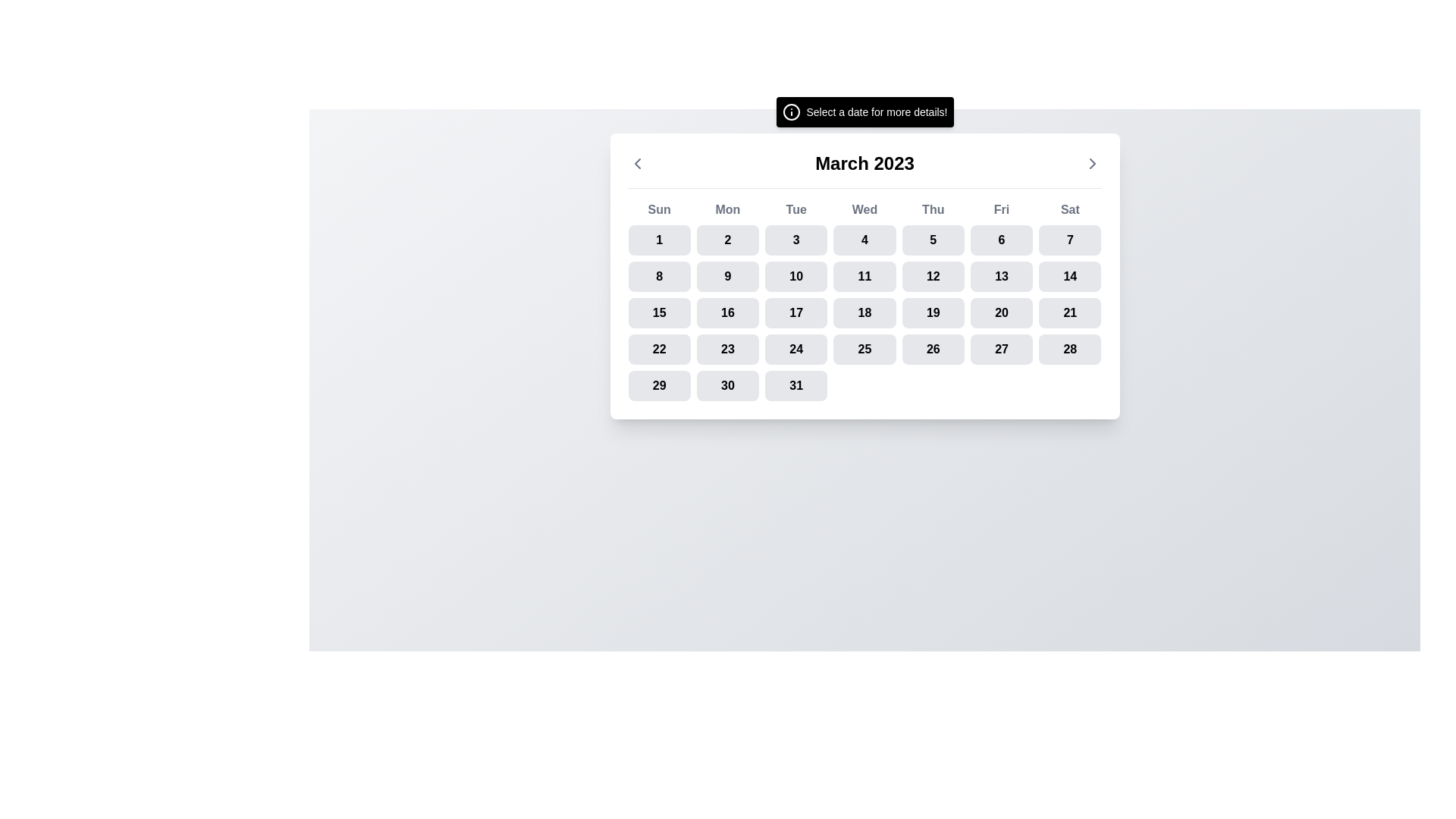  What do you see at coordinates (1002, 239) in the screenshot?
I see `the calendar date display representing the date '6' under the column for 'Fri'` at bounding box center [1002, 239].